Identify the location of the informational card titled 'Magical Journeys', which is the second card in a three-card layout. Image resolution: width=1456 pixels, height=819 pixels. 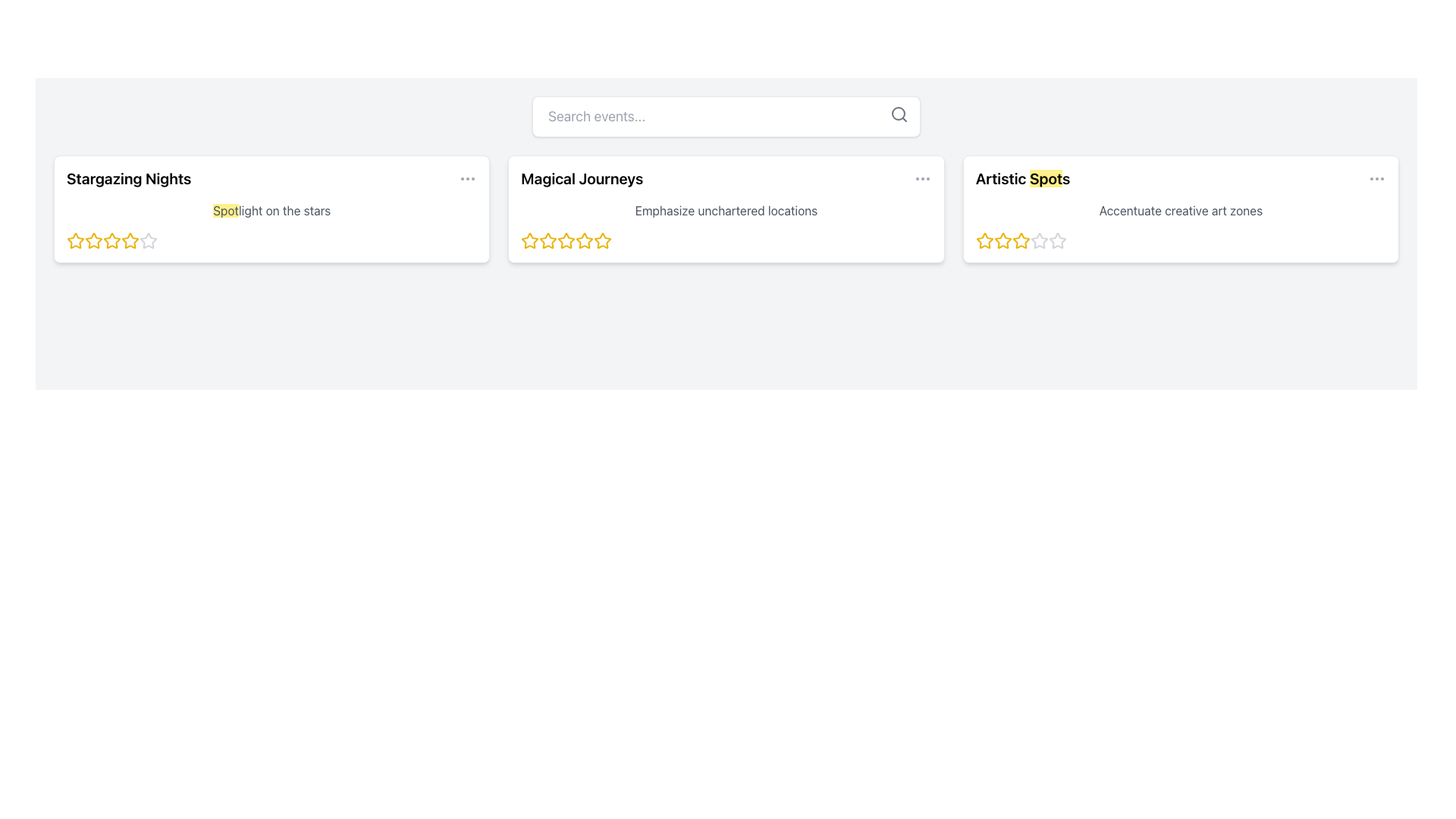
(726, 209).